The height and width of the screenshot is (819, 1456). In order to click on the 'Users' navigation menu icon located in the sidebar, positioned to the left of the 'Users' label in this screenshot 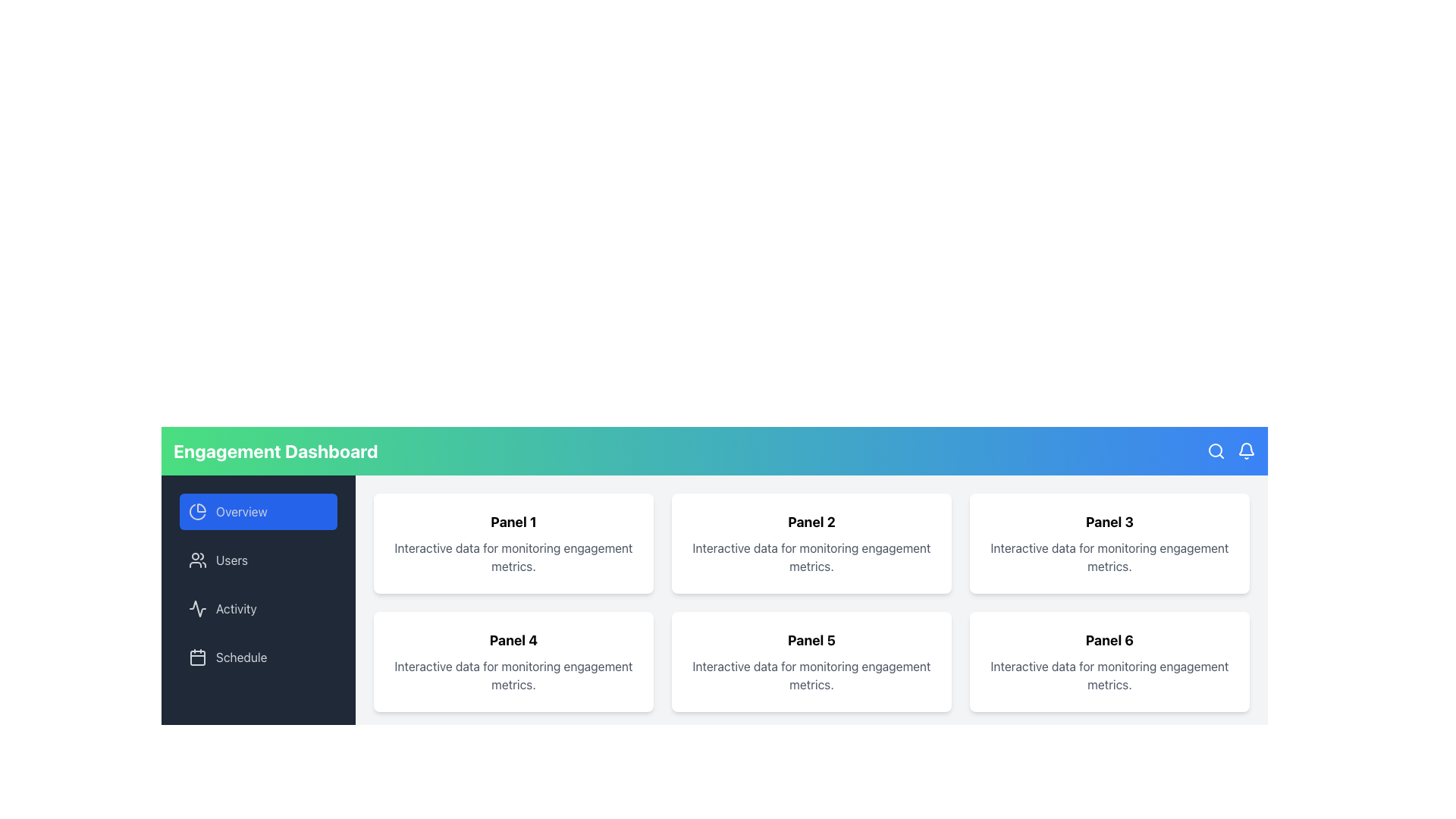, I will do `click(196, 560)`.